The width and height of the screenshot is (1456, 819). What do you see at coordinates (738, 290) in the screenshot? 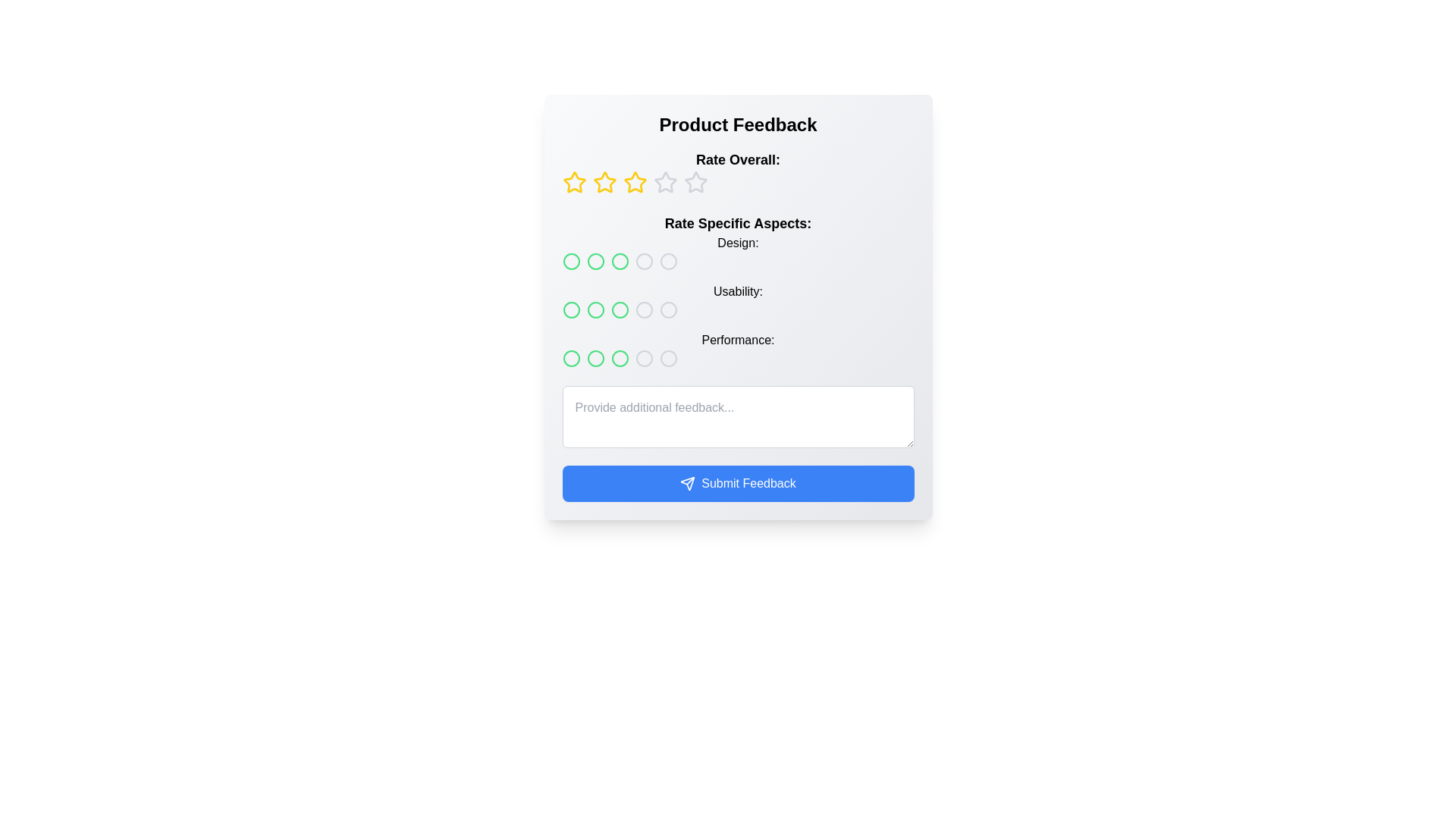
I see `the circular button in the Rating system located below the 'Rate Overall' section and above the text area for additional feedback` at bounding box center [738, 290].